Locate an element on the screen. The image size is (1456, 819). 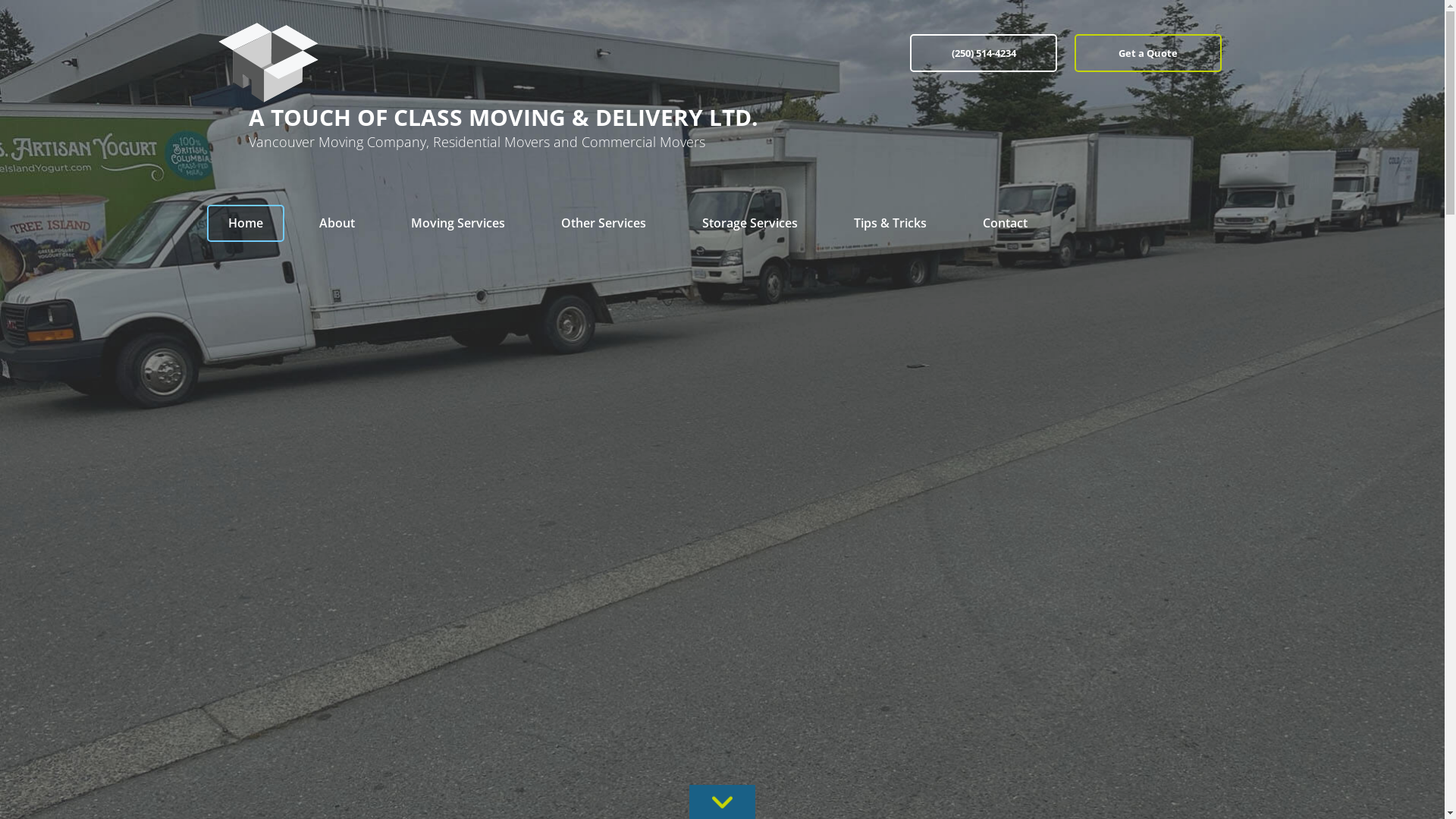
'Home' is located at coordinates (244, 223).